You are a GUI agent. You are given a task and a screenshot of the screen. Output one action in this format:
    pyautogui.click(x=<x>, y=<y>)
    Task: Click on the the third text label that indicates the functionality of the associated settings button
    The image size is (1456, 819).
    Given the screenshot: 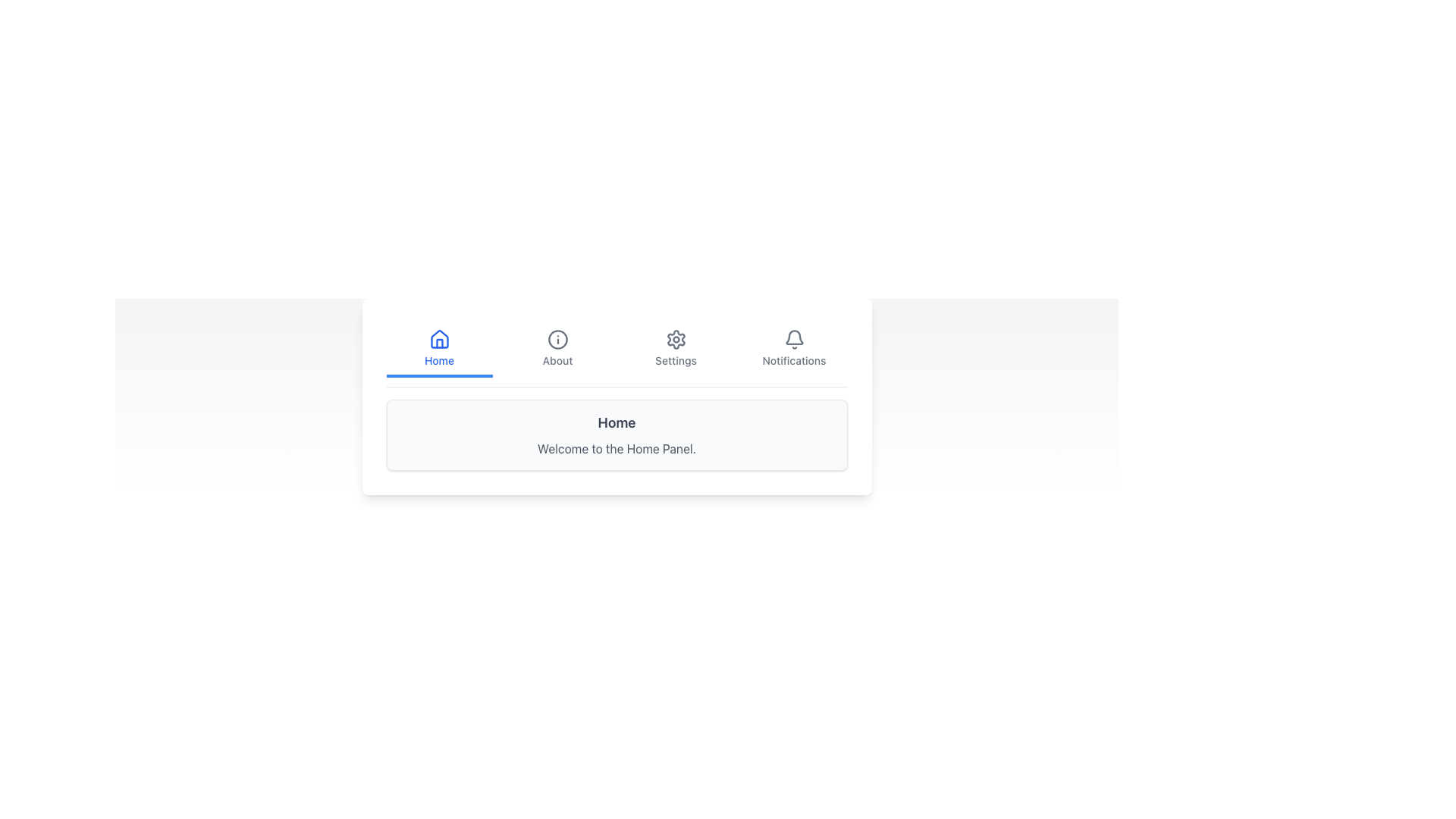 What is the action you would take?
    pyautogui.click(x=675, y=360)
    